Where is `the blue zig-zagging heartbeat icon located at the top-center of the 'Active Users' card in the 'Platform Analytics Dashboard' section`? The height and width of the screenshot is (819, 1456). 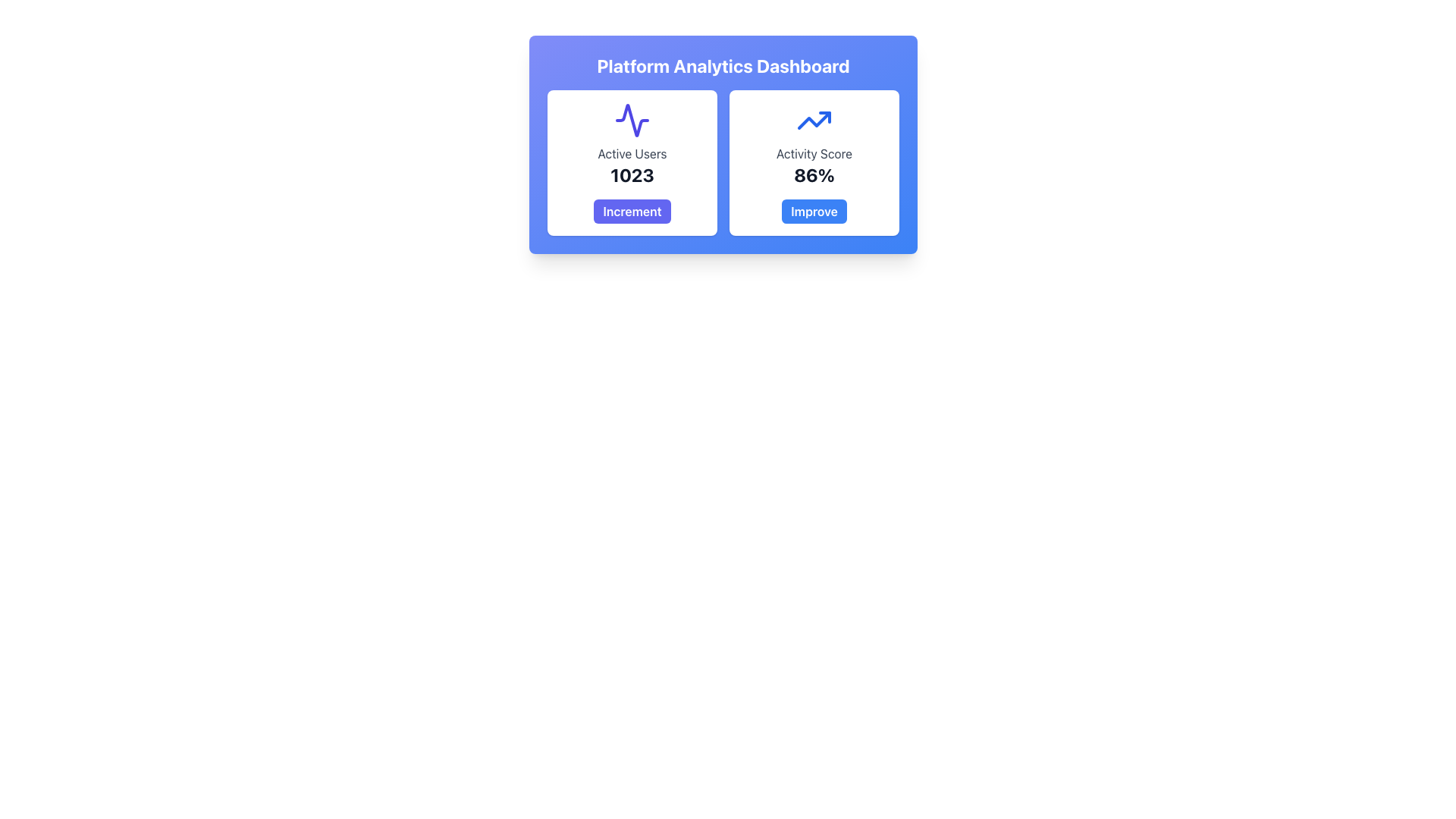
the blue zig-zagging heartbeat icon located at the top-center of the 'Active Users' card in the 'Platform Analytics Dashboard' section is located at coordinates (632, 119).